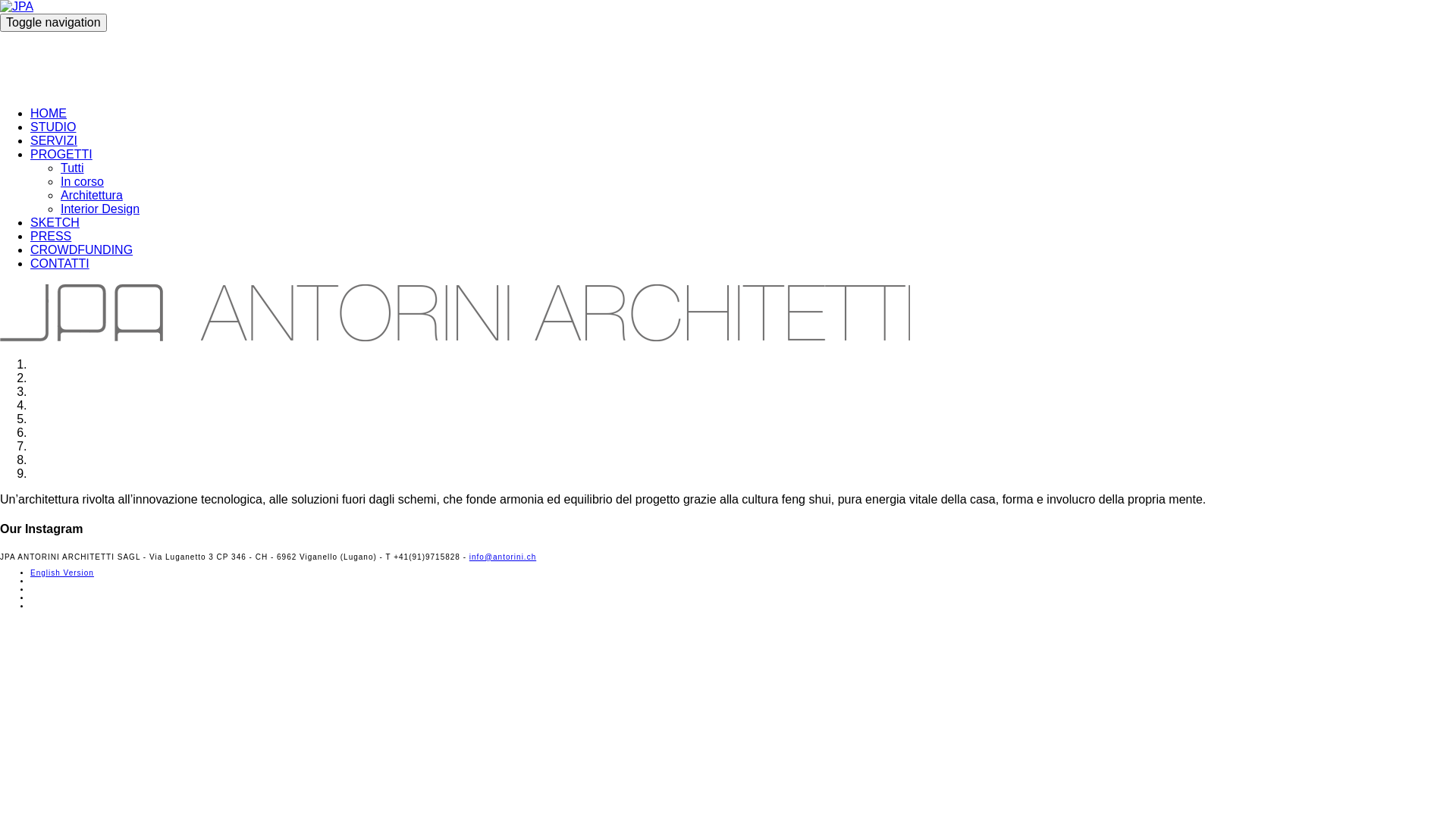  What do you see at coordinates (55, 222) in the screenshot?
I see `'SKETCH'` at bounding box center [55, 222].